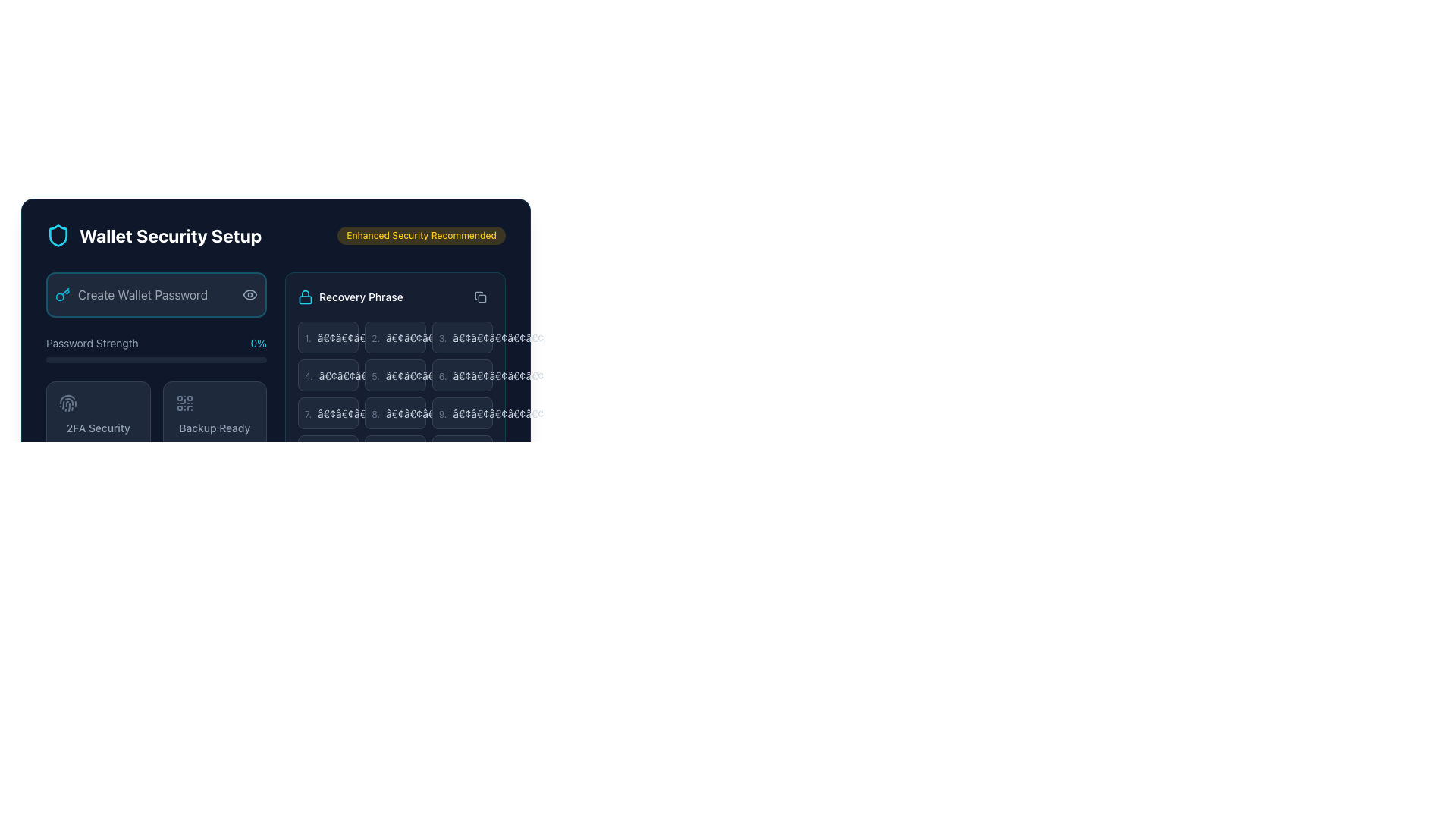  I want to click on the button indicating the tenth word of the recovery passphrase in the Recovery Phrase section, located at the bottom-left corner of a 3-column layout, so click(328, 450).